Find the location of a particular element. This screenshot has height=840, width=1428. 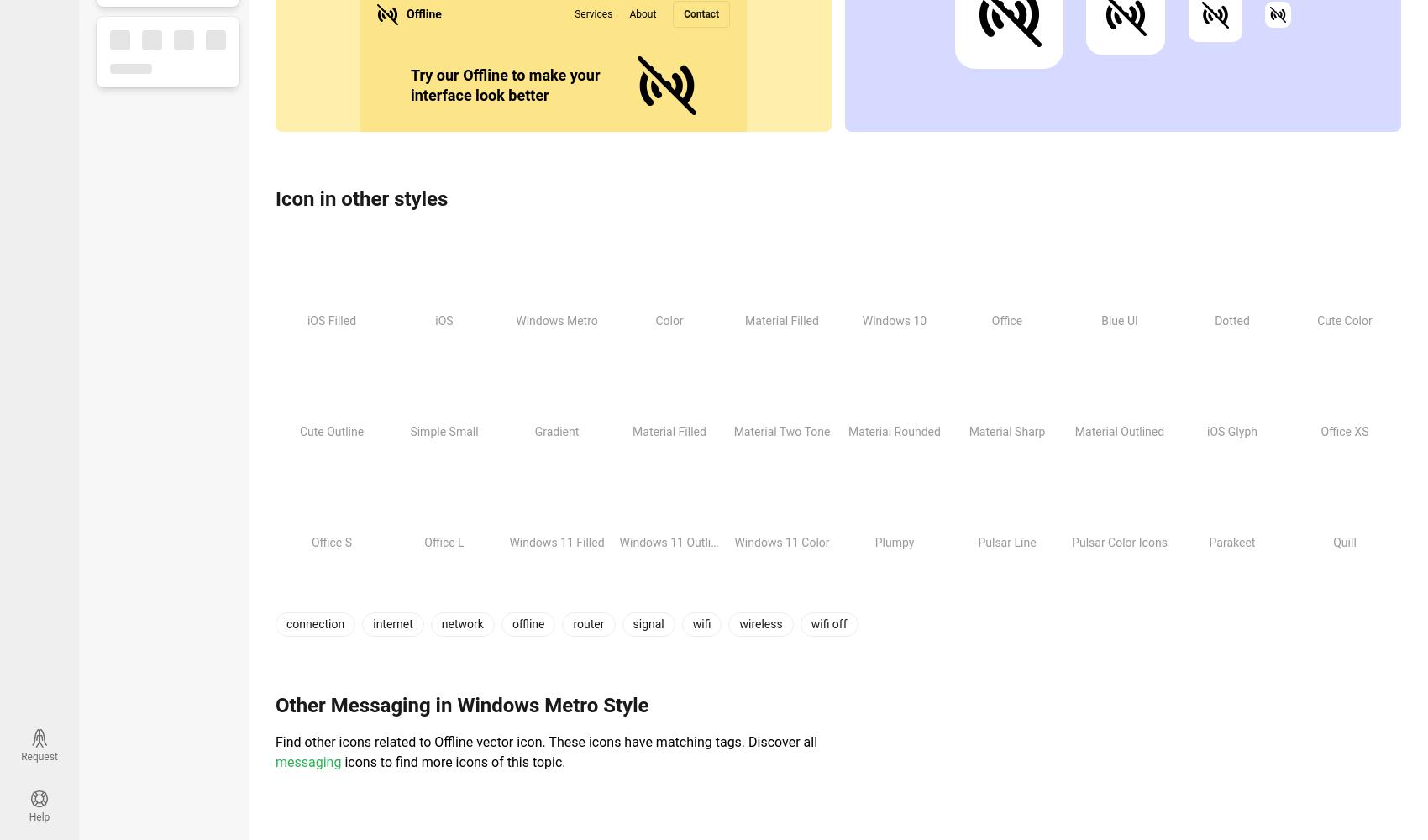

'Request' is located at coordinates (39, 757).